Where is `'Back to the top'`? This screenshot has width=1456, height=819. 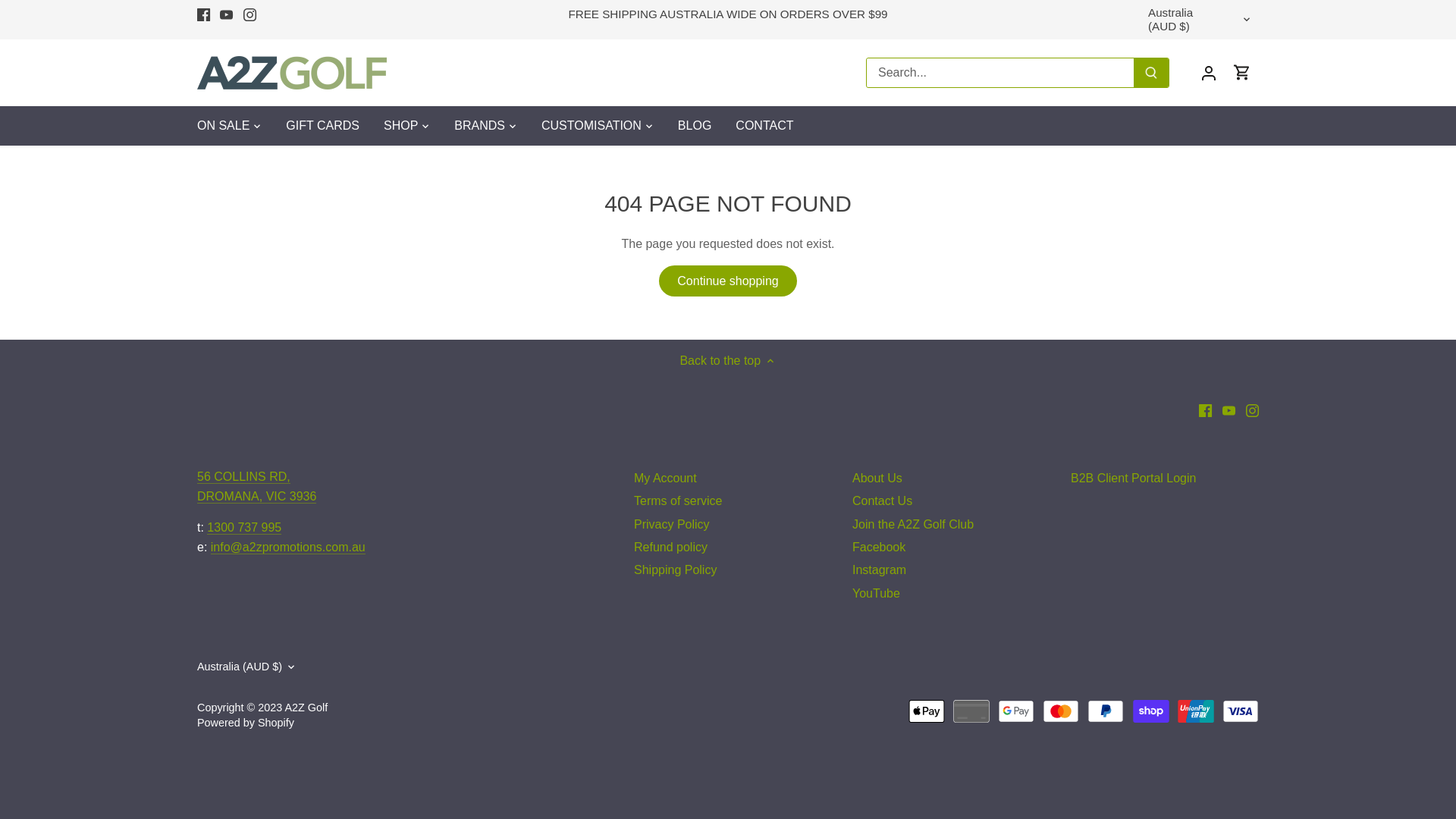
'Back to the top' is located at coordinates (726, 360).